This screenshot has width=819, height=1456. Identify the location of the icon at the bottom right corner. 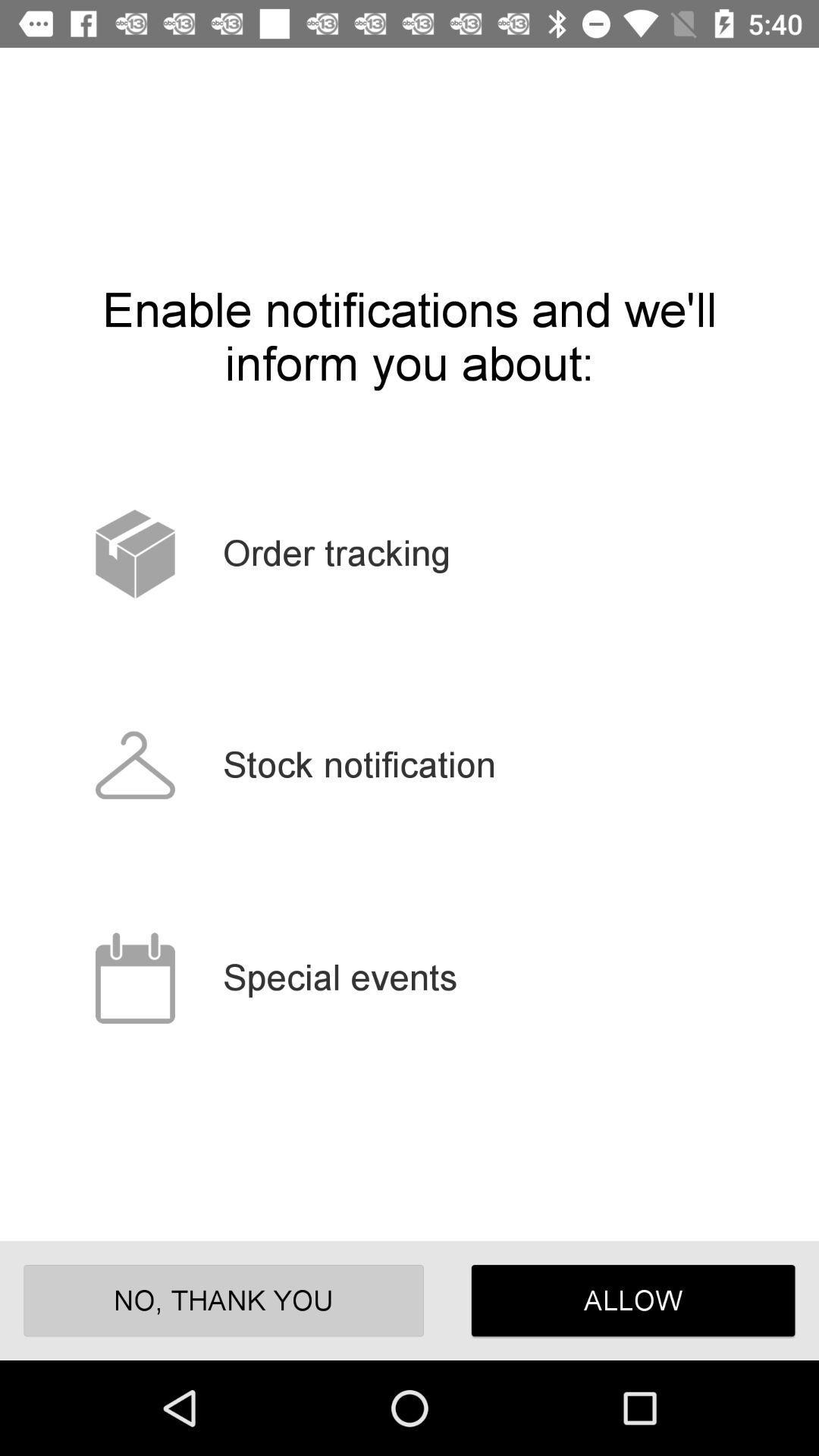
(633, 1300).